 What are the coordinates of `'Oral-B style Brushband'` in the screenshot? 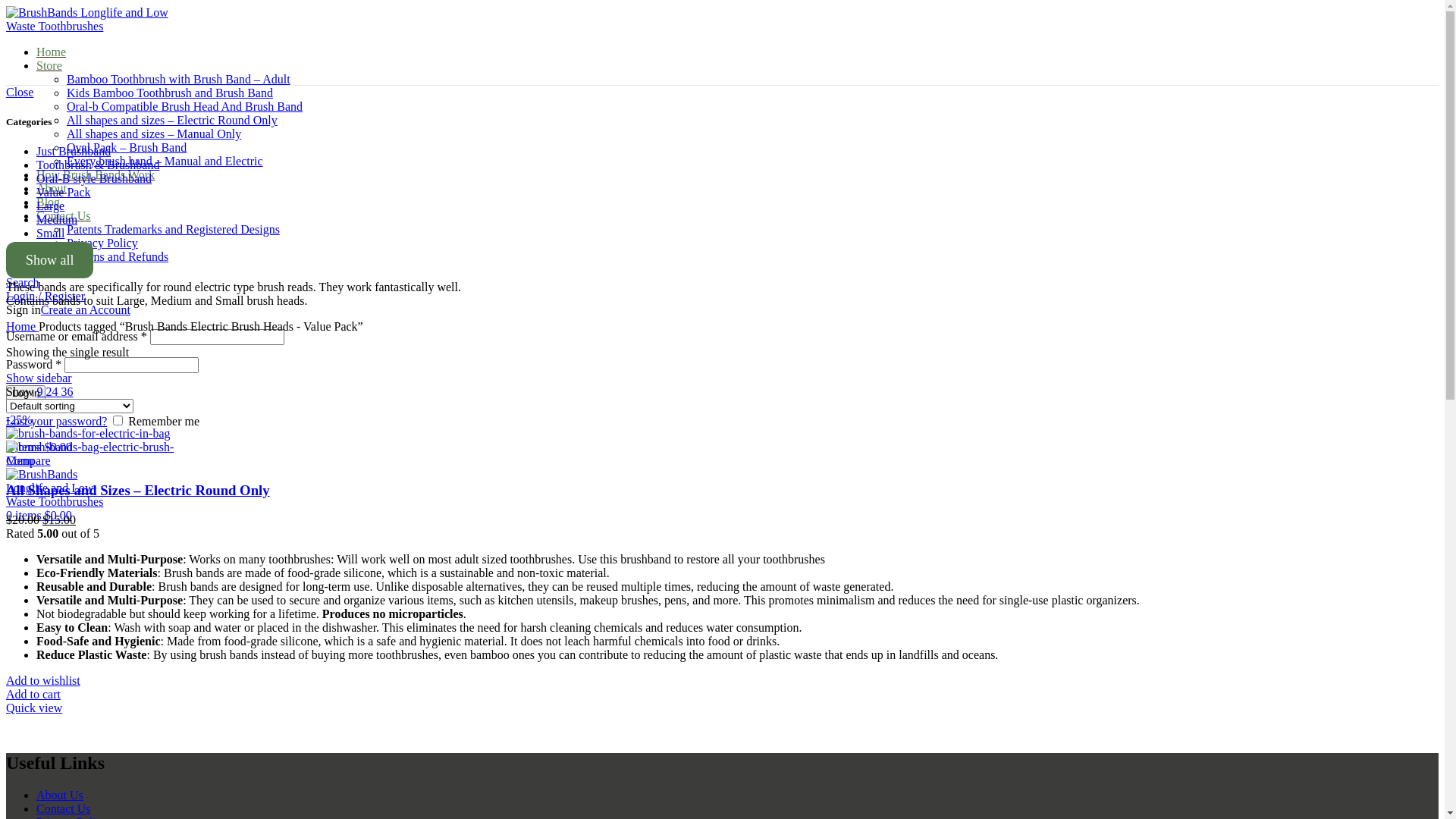 It's located at (93, 177).